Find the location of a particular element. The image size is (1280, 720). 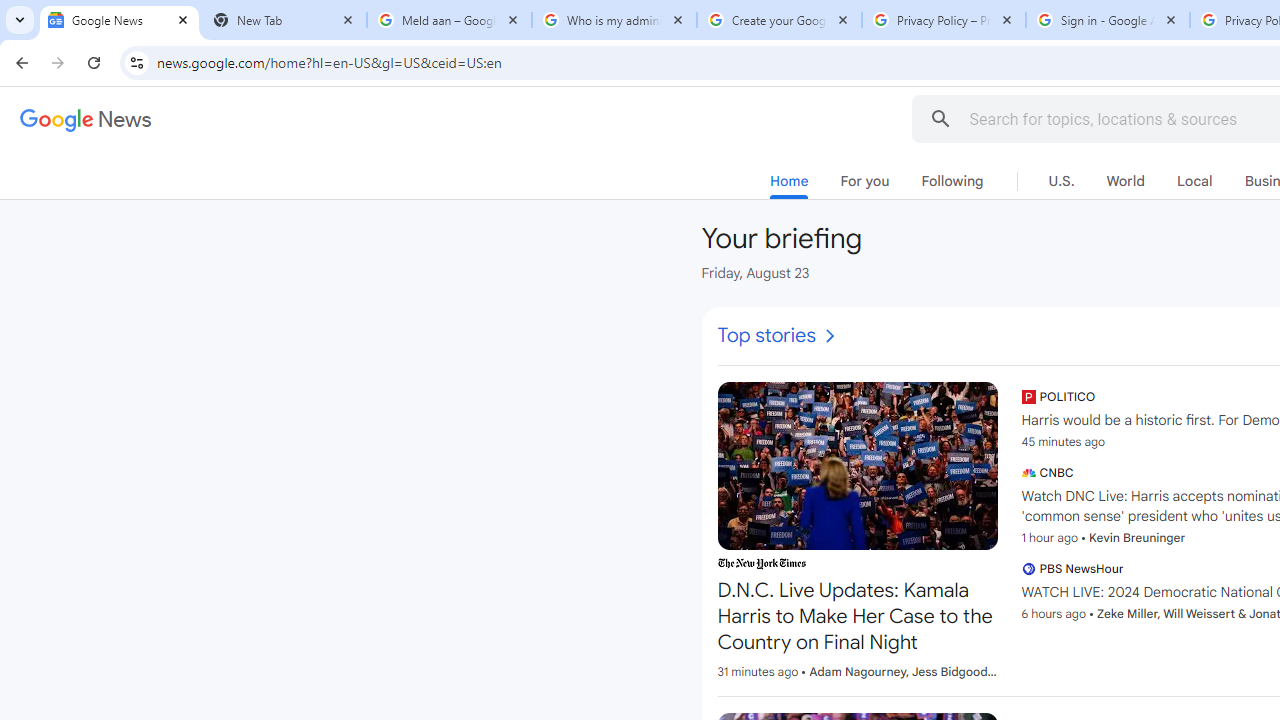

'Following' is located at coordinates (951, 181).